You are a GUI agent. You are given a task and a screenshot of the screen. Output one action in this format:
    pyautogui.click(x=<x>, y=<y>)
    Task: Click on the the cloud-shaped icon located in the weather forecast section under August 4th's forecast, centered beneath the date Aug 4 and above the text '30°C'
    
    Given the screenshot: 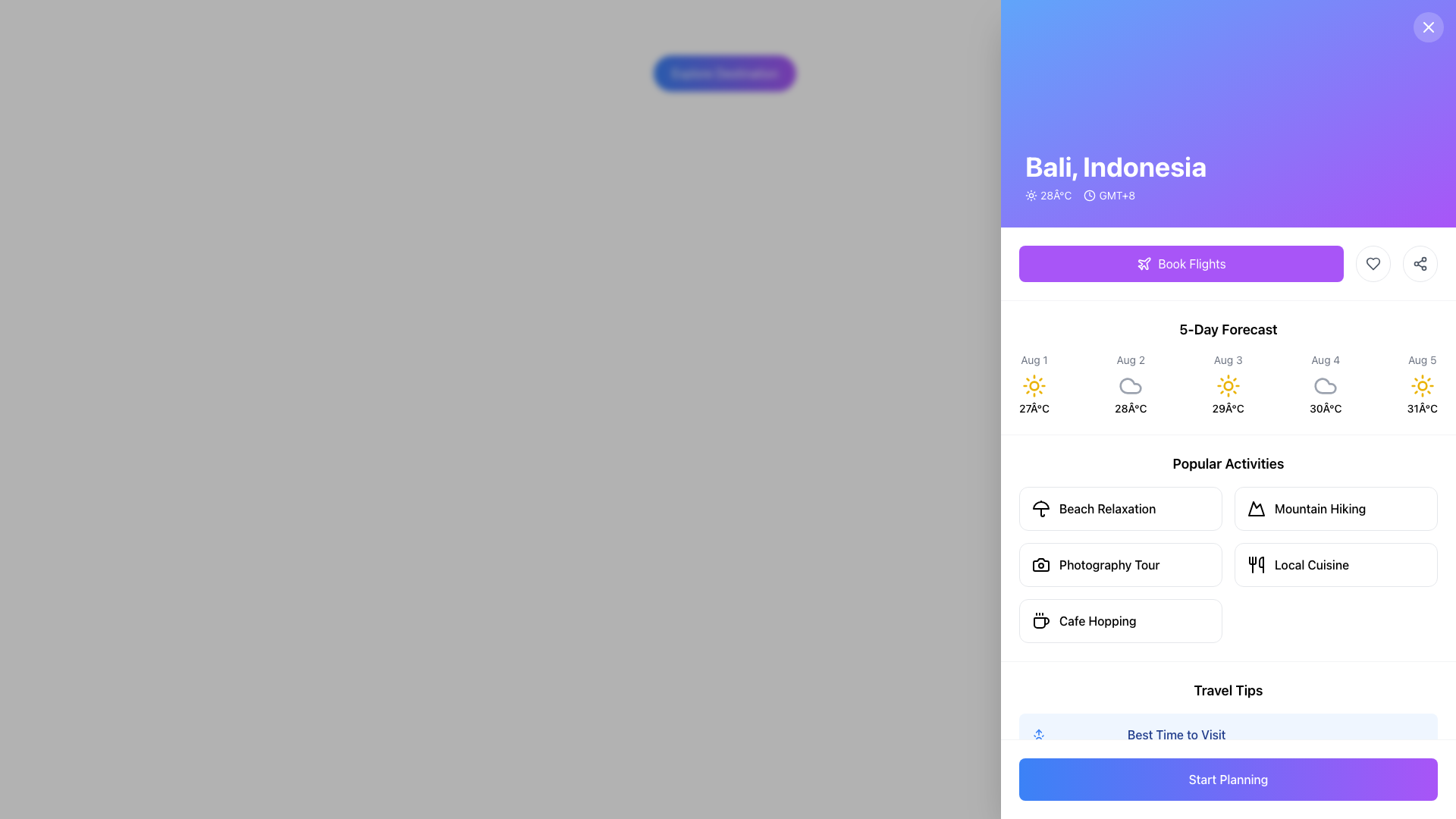 What is the action you would take?
    pyautogui.click(x=1325, y=385)
    